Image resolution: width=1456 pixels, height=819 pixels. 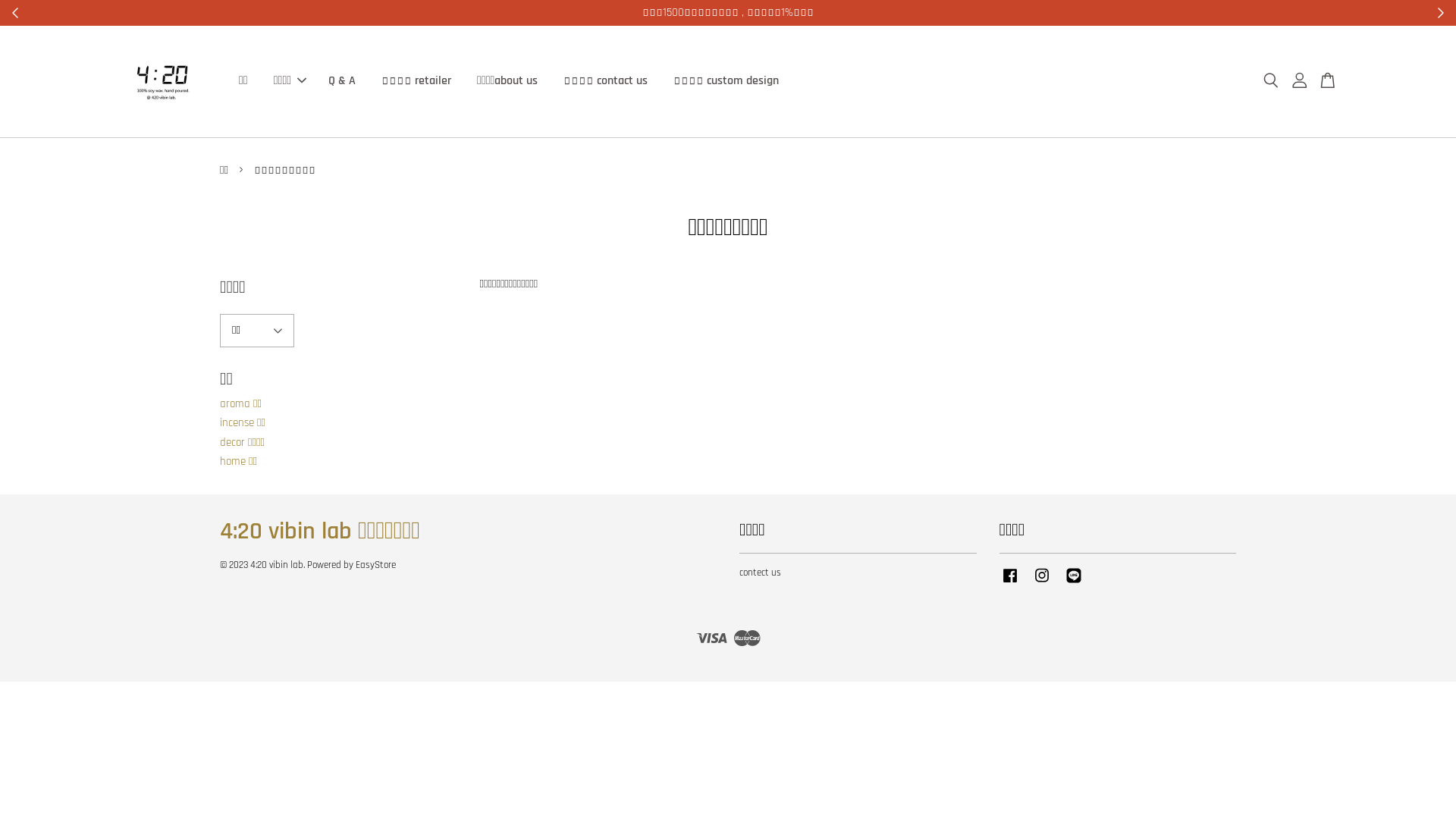 What do you see at coordinates (1009, 582) in the screenshot?
I see `'icon-facebook` at bounding box center [1009, 582].